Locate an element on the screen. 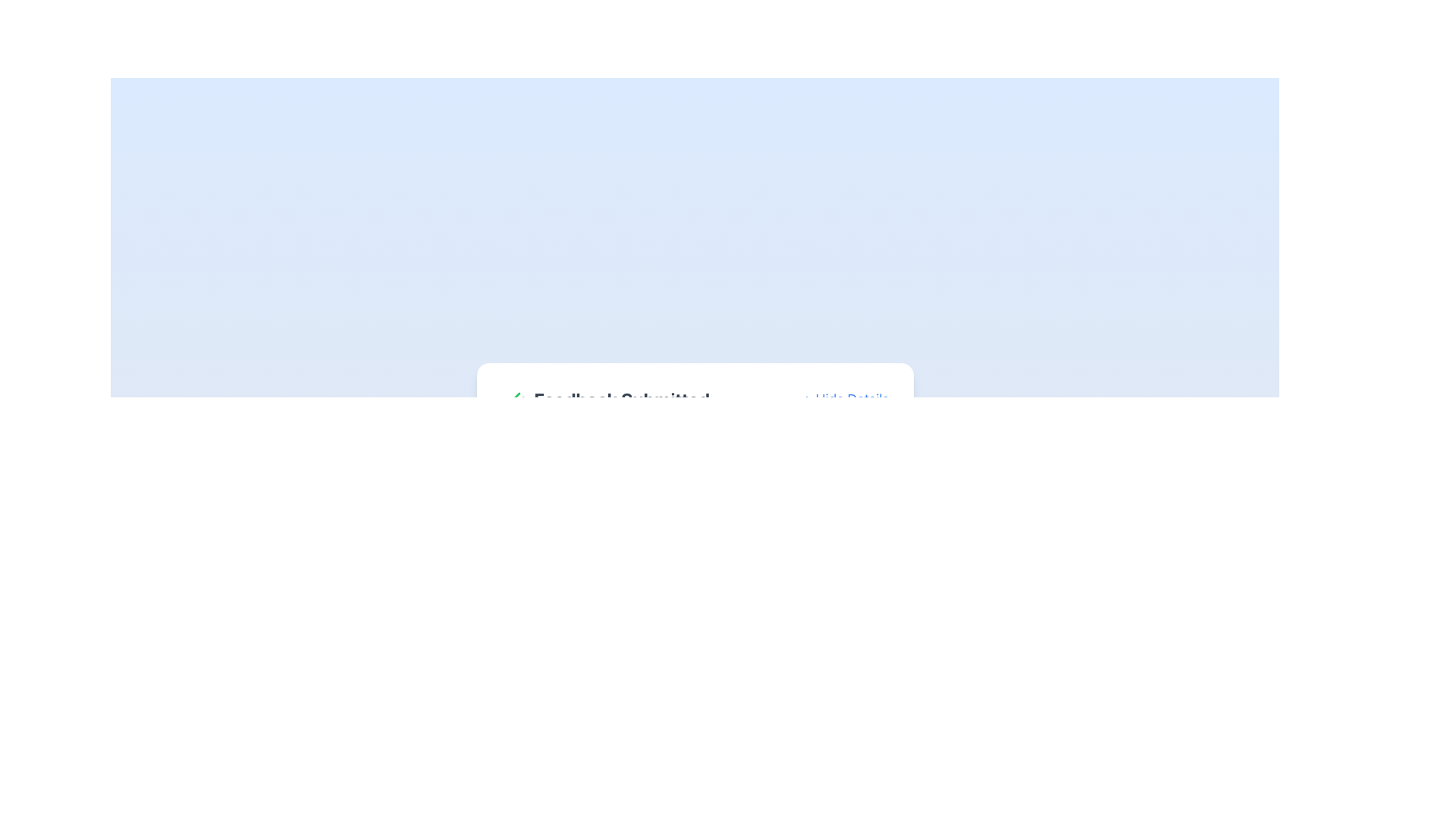 The image size is (1456, 819). the 'Hide Details' text label, which is styled in blue and positioned next to an upward-pointing arrow icon is located at coordinates (852, 398).